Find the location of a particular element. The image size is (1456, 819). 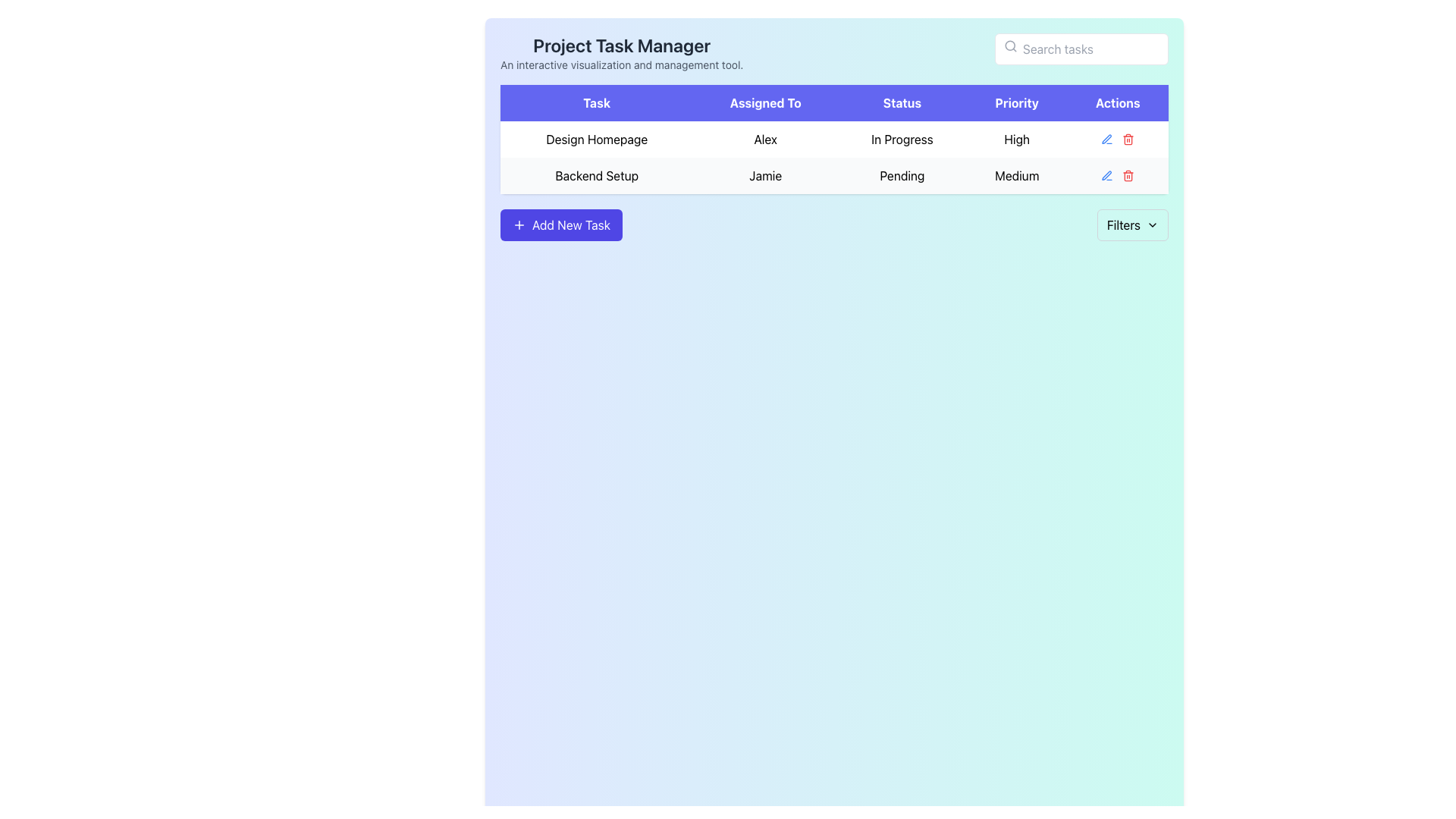

the small plus symbol icon within the blue 'Add New Task' button, which is the first component aligned to the left of the button's text is located at coordinates (519, 225).